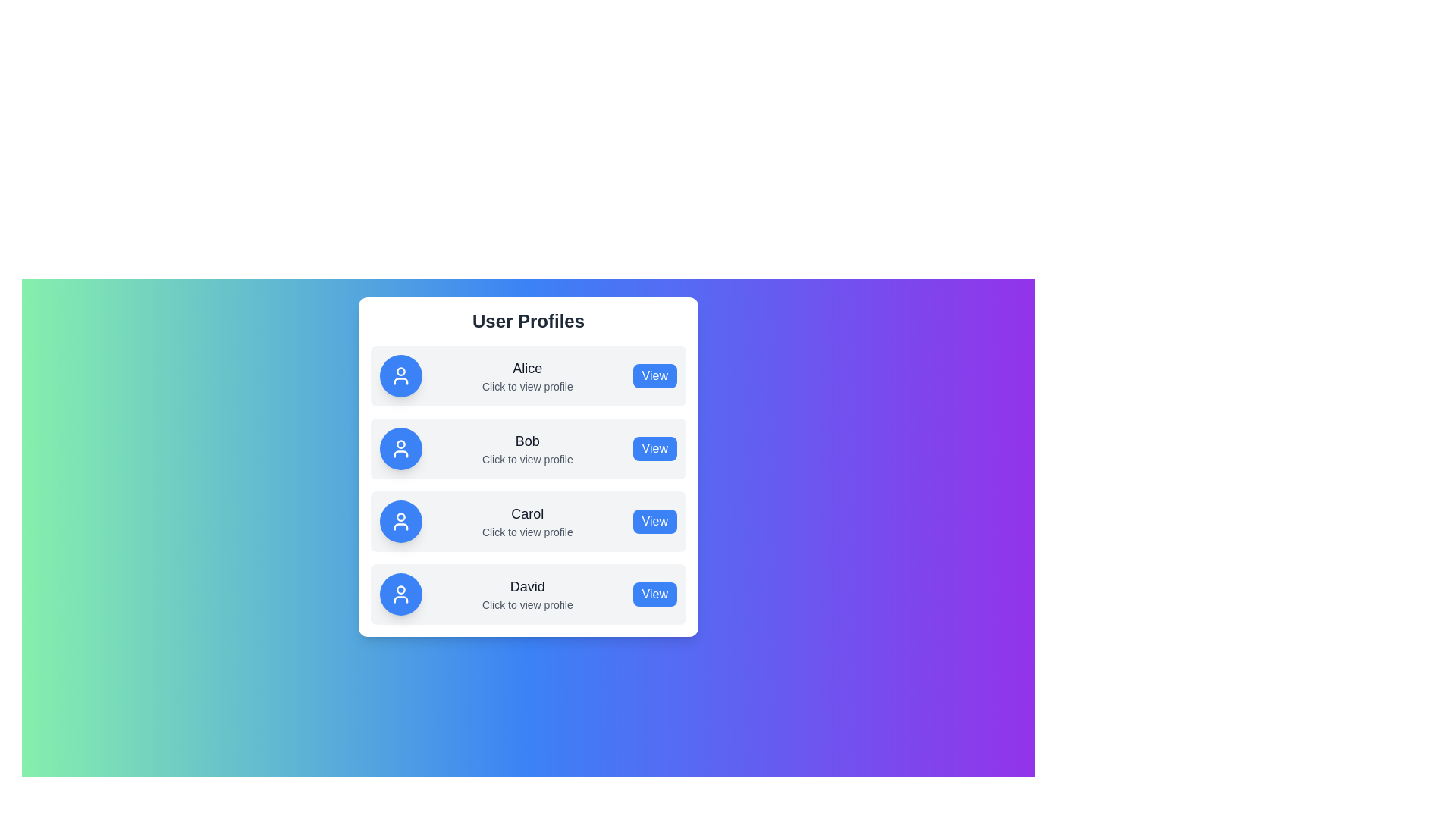  What do you see at coordinates (400, 375) in the screenshot?
I see `the circular blue icon with a white user figure, located to the left of the text 'Alice' and the 'View' button in the user profiles list` at bounding box center [400, 375].